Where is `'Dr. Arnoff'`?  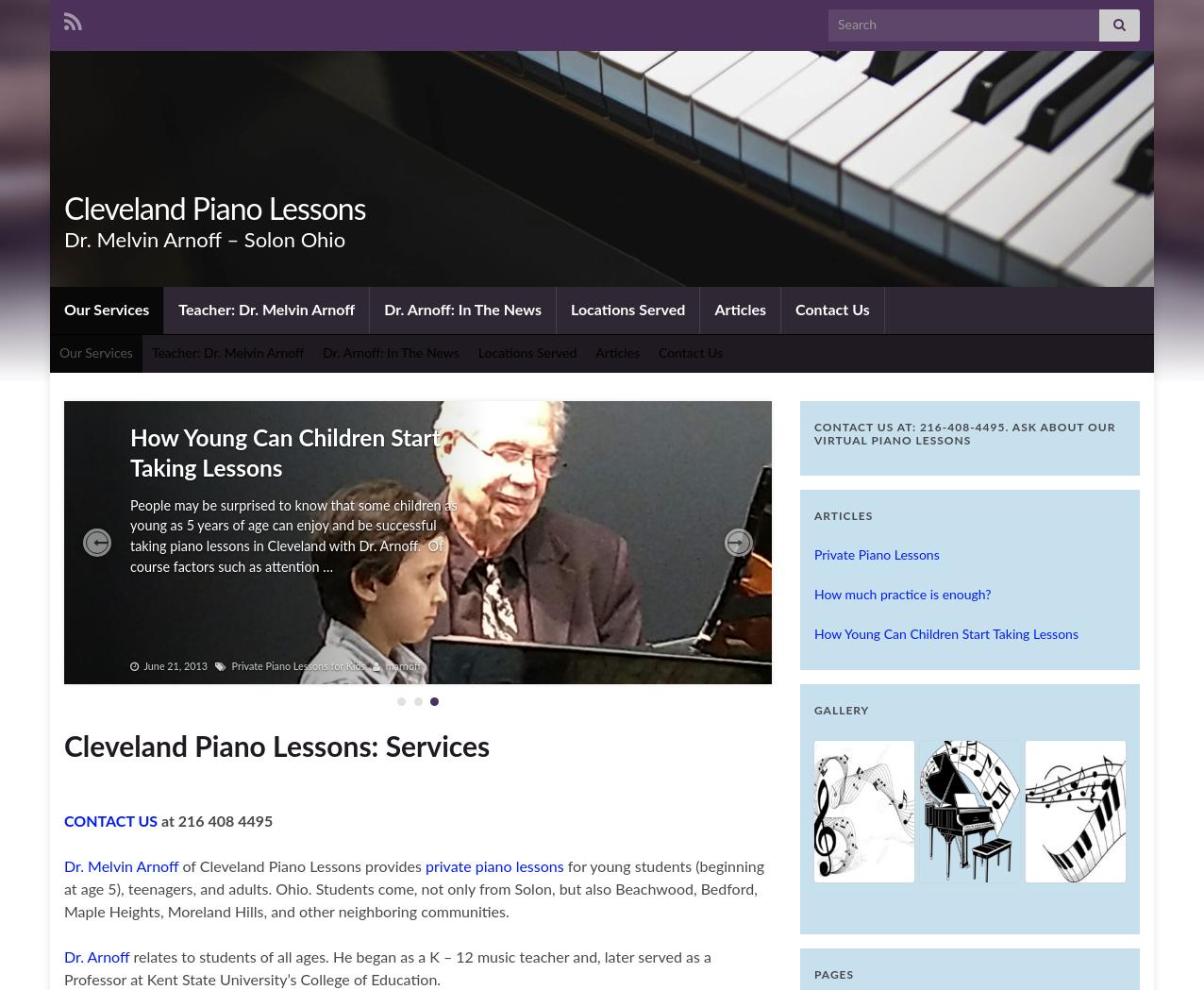 'Dr. Arnoff' is located at coordinates (95, 958).